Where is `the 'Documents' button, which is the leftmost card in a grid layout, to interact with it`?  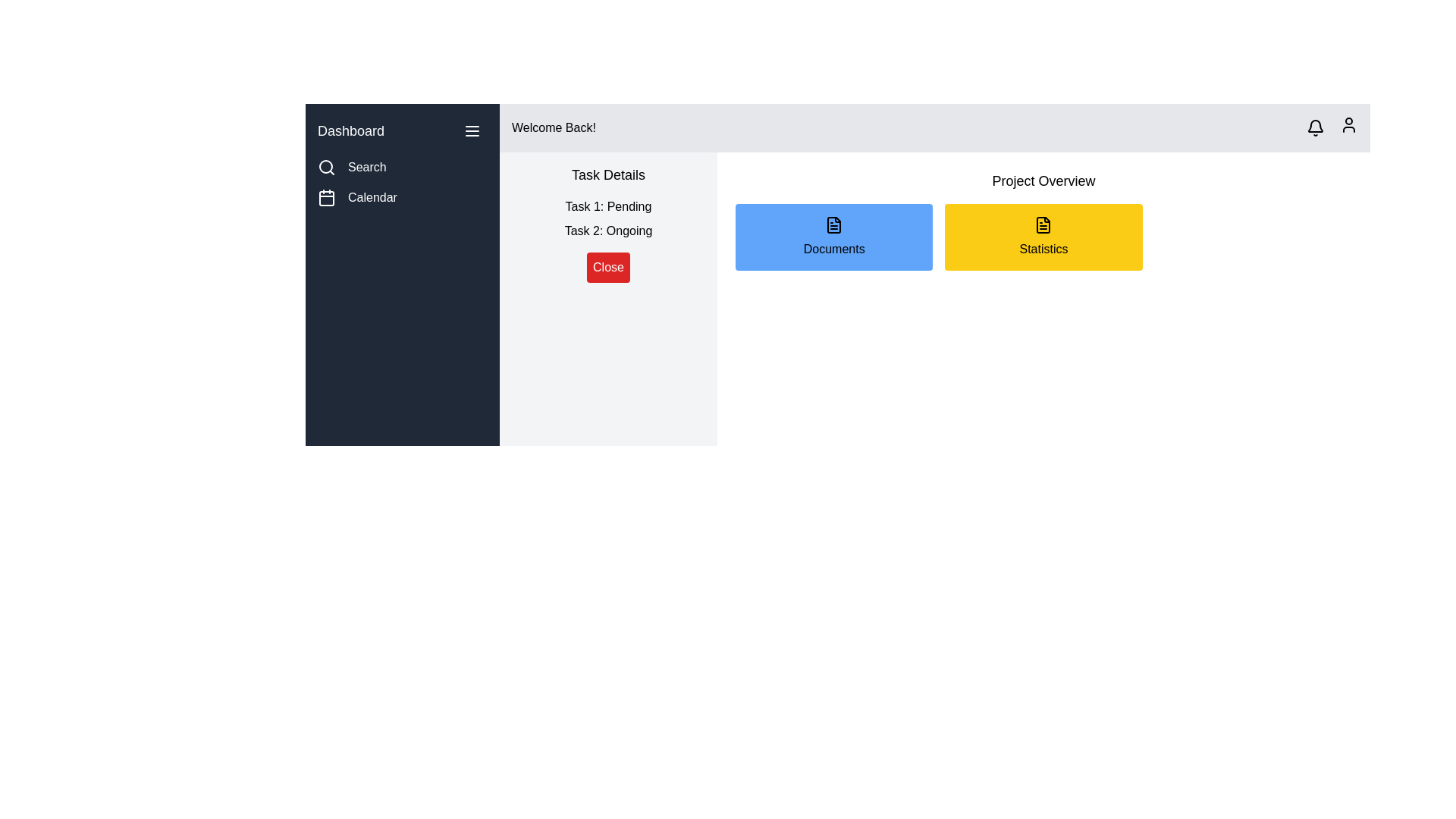 the 'Documents' button, which is the leftmost card in a grid layout, to interact with it is located at coordinates (833, 237).